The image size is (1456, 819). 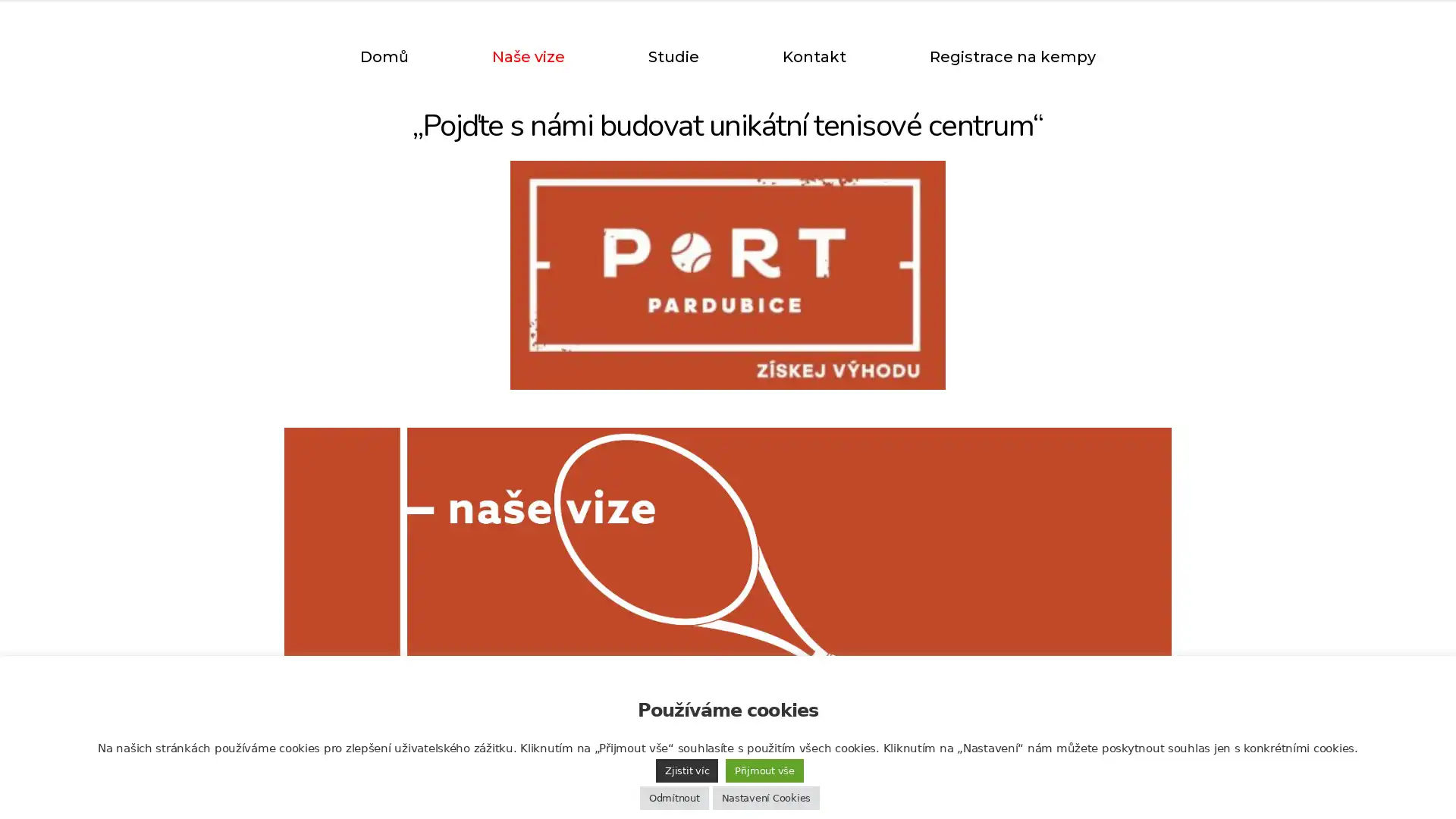 I want to click on Prijmout vse, so click(x=764, y=770).